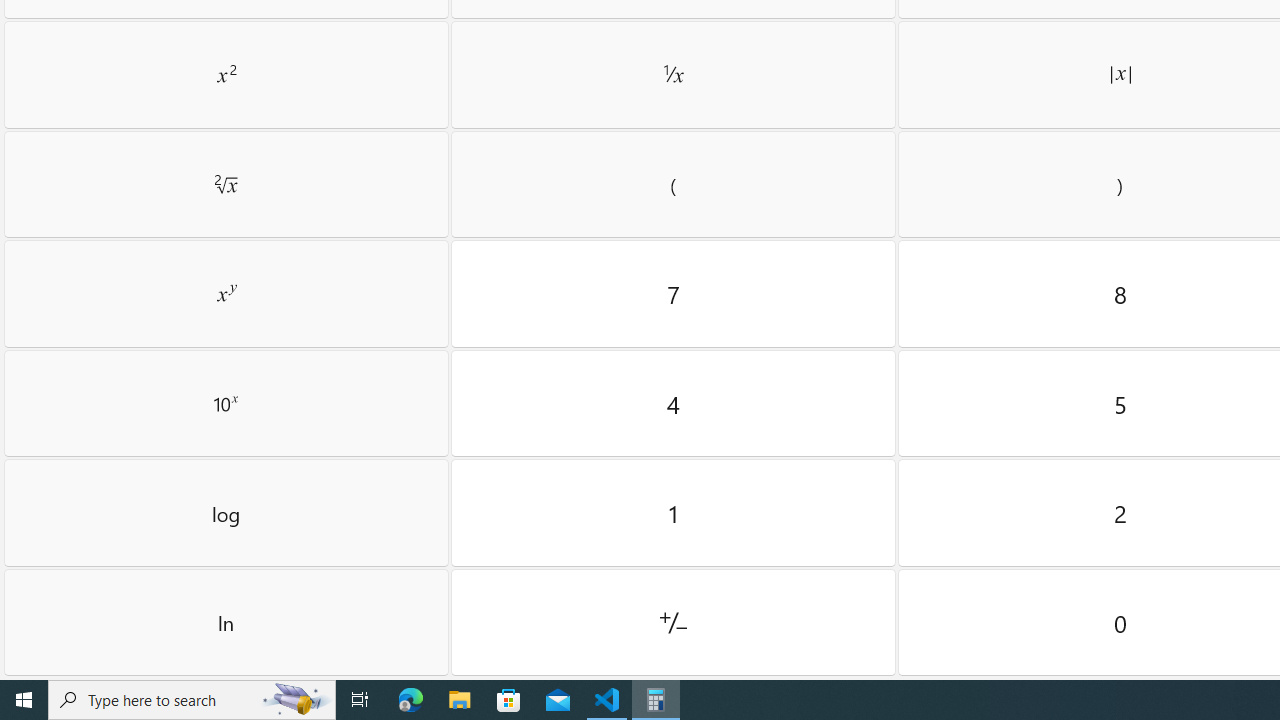 Image resolution: width=1280 pixels, height=720 pixels. What do you see at coordinates (606, 698) in the screenshot?
I see `'Visual Studio Code - 1 running window'` at bounding box center [606, 698].